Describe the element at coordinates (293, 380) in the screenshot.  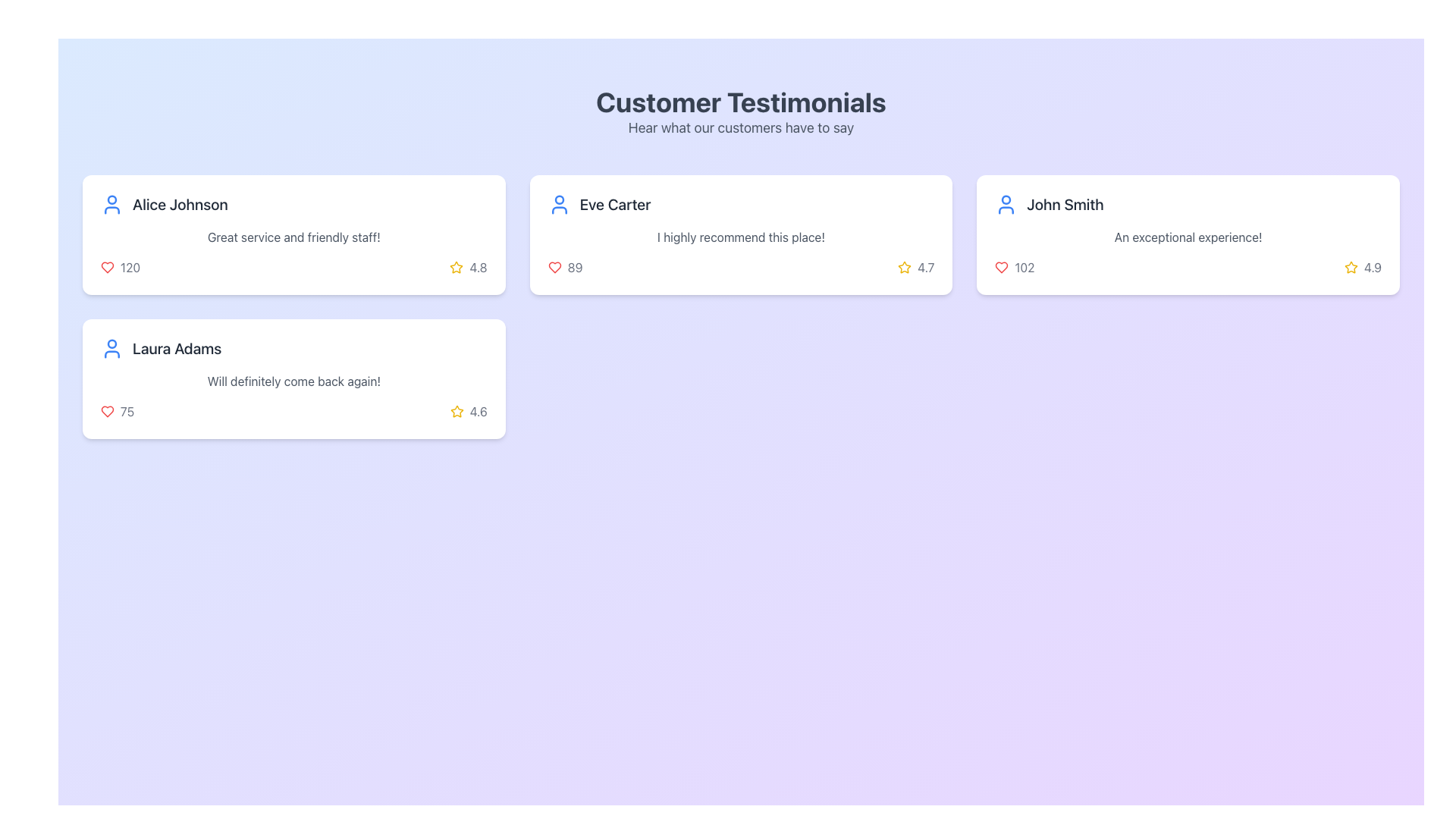
I see `the gray text element that says 'Will definitely come back again!' located within a white rounded card, positioned second from the top beneath the title 'Laura Adams'` at that location.